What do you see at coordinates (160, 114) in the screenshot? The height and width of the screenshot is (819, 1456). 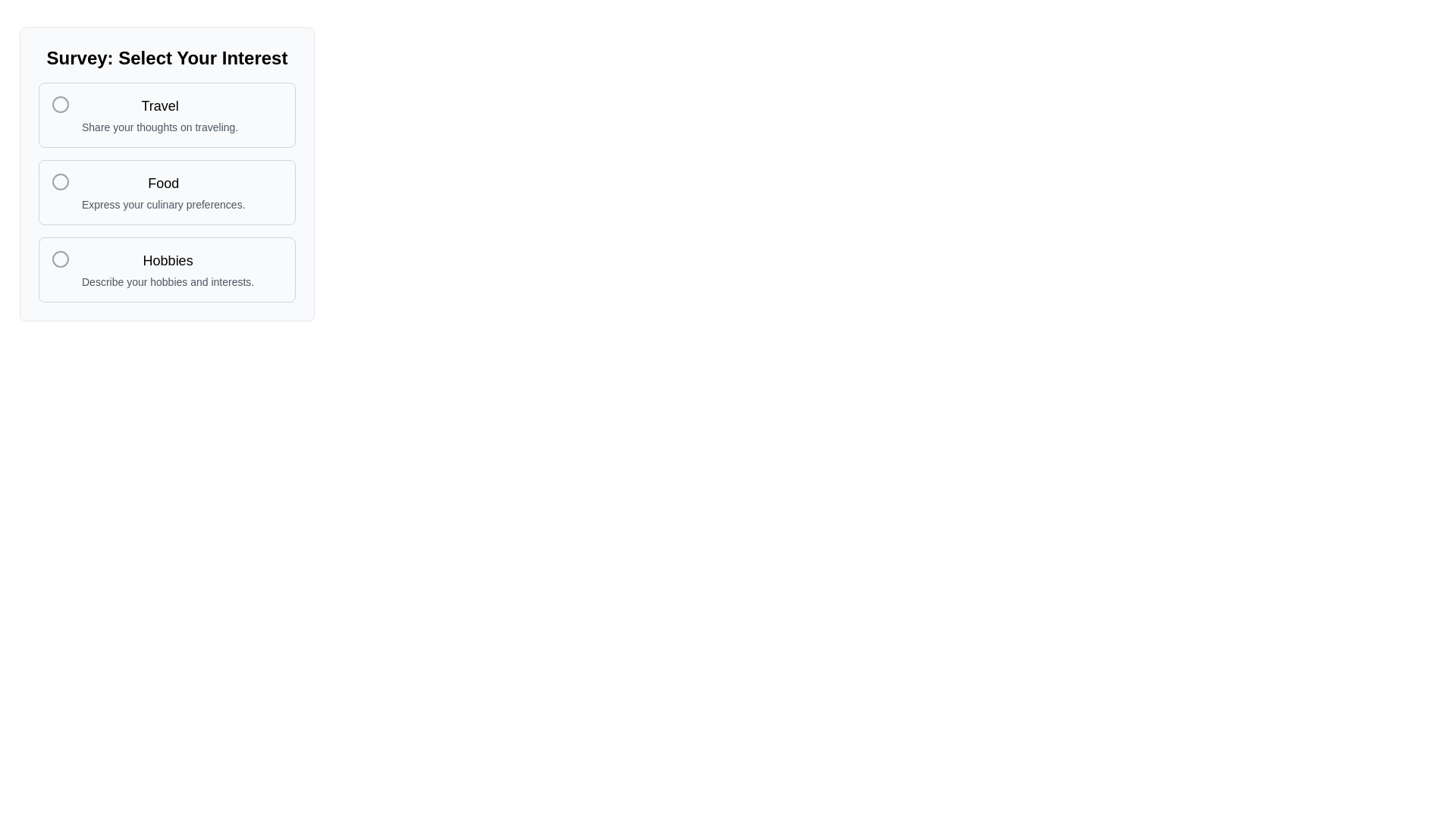 I see `the 'Travel' Text Display element, which is the first entry in a selectable item list inviting user input on the topic` at bounding box center [160, 114].